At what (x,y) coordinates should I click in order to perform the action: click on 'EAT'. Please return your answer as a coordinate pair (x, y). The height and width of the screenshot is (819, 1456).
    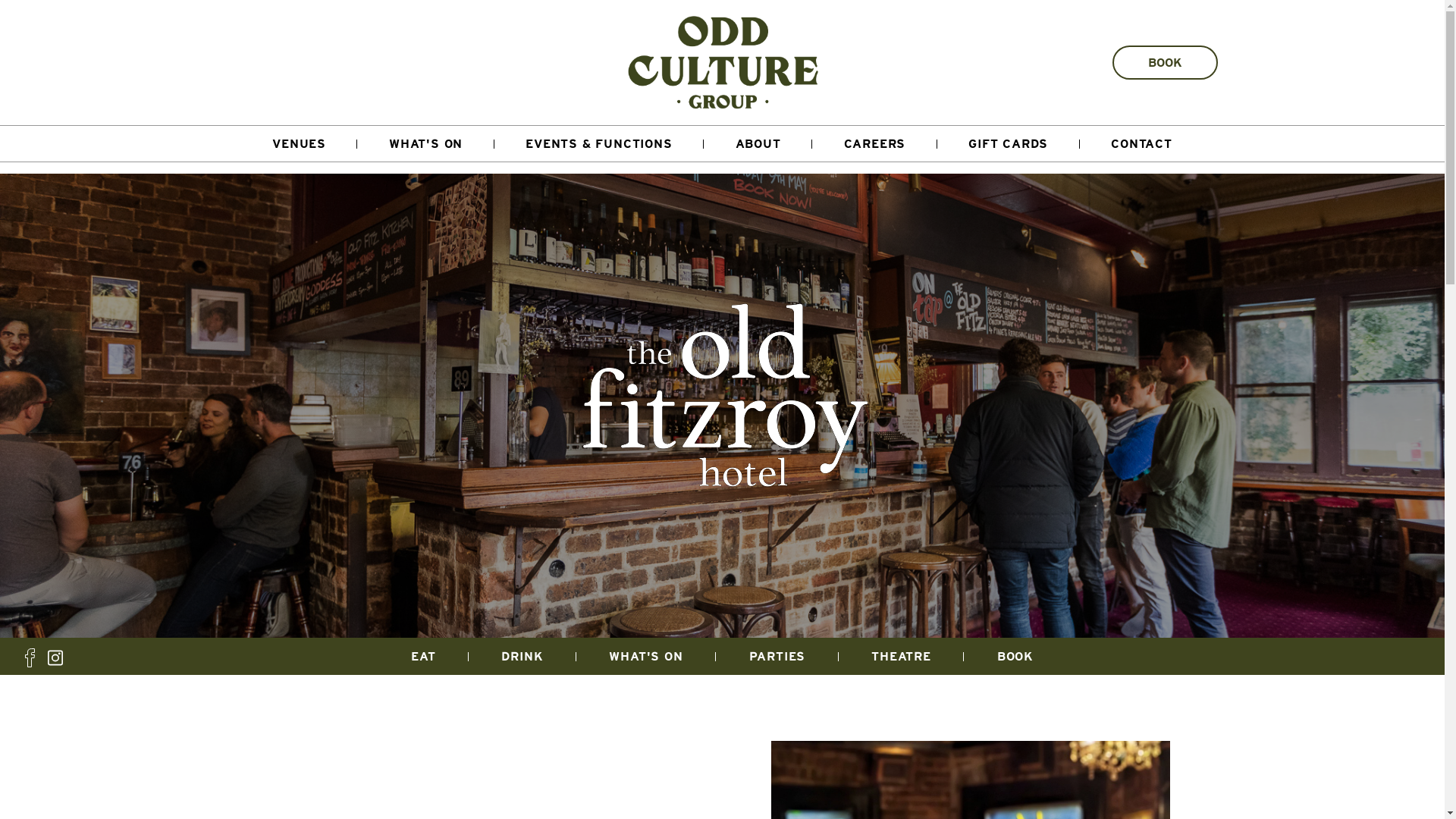
    Looking at the image, I should click on (422, 655).